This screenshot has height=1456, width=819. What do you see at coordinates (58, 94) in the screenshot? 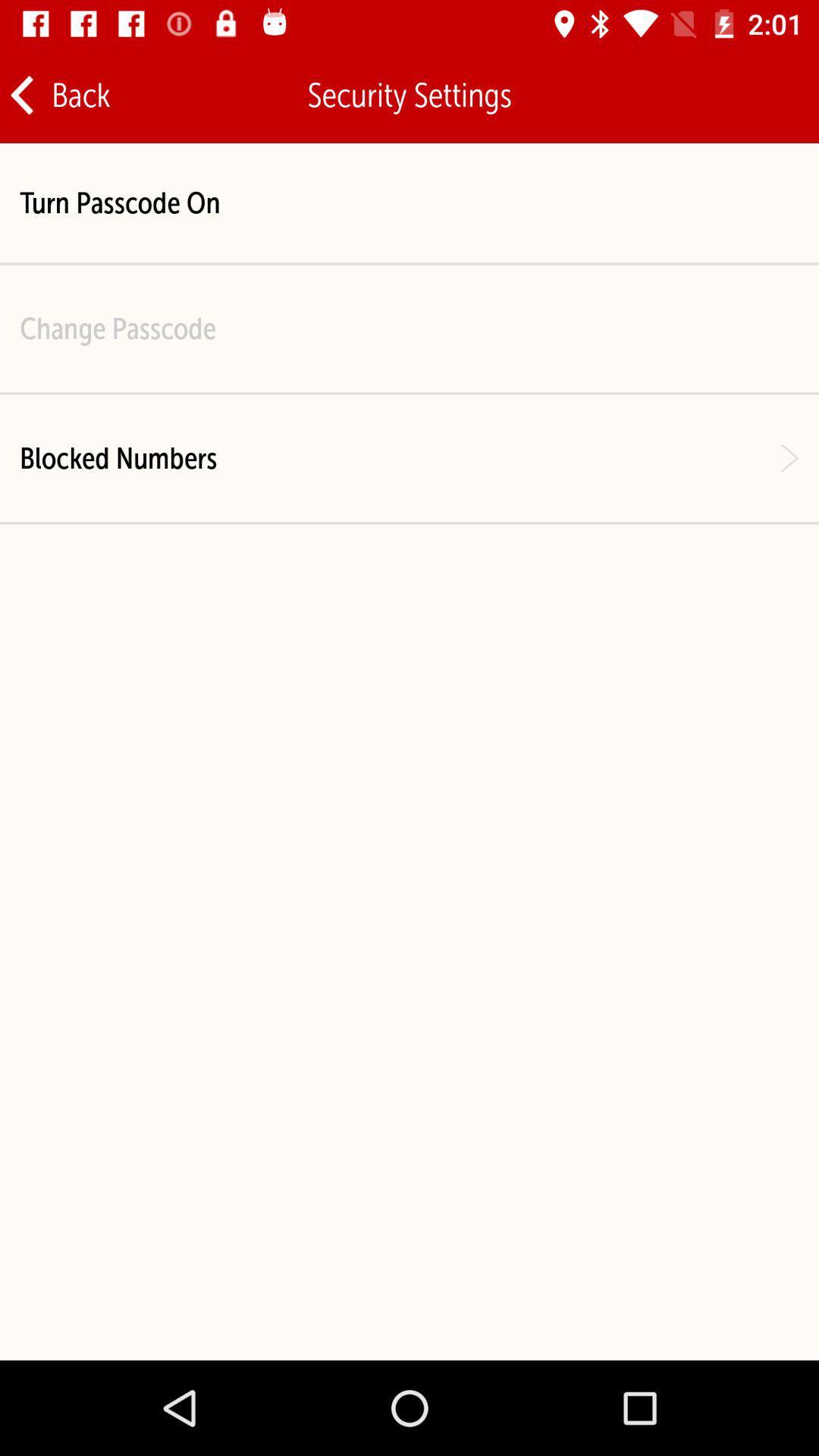
I see `the item next to security settings icon` at bounding box center [58, 94].